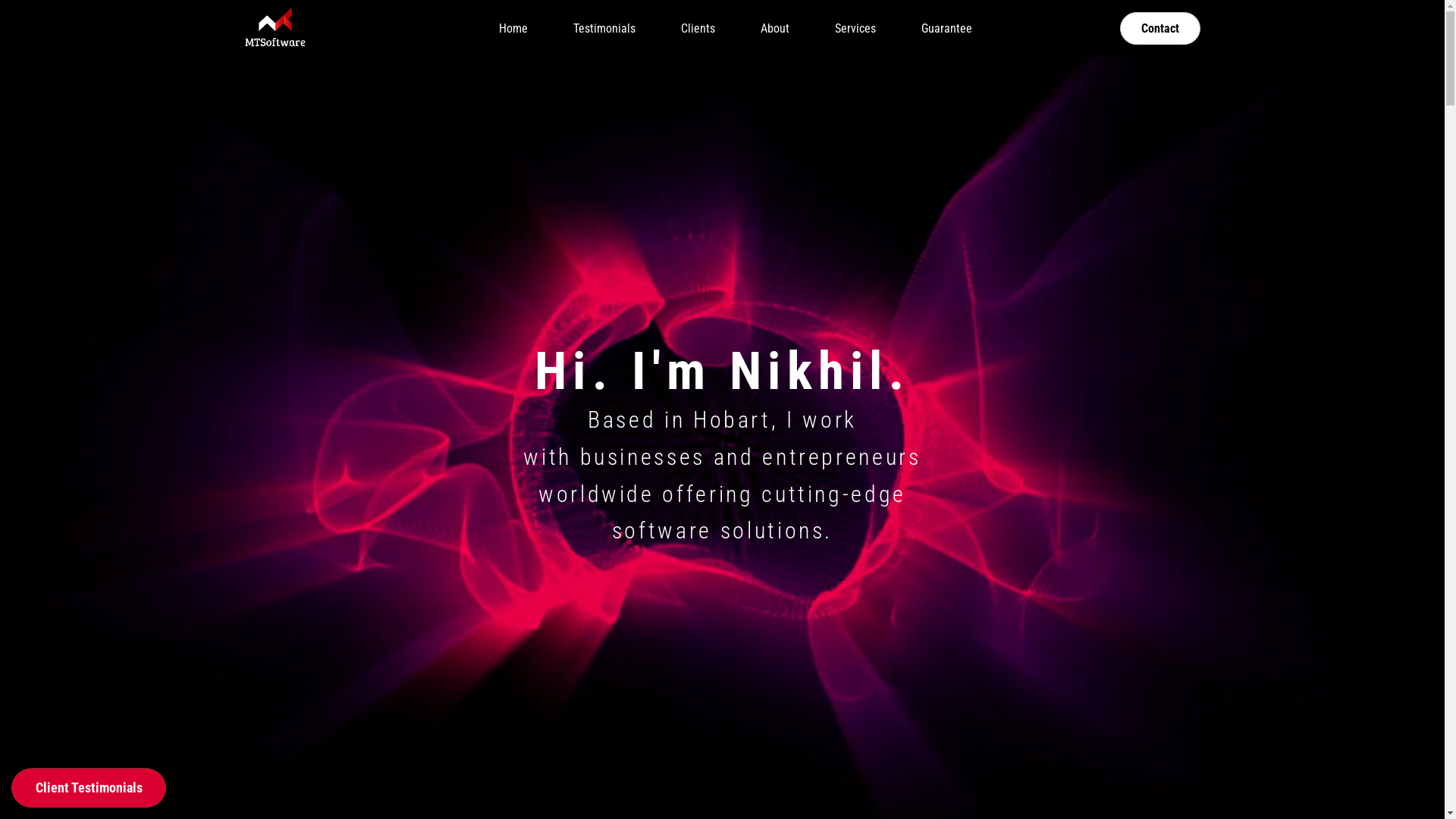 The width and height of the screenshot is (1456, 819). I want to click on 'About', so click(774, 28).